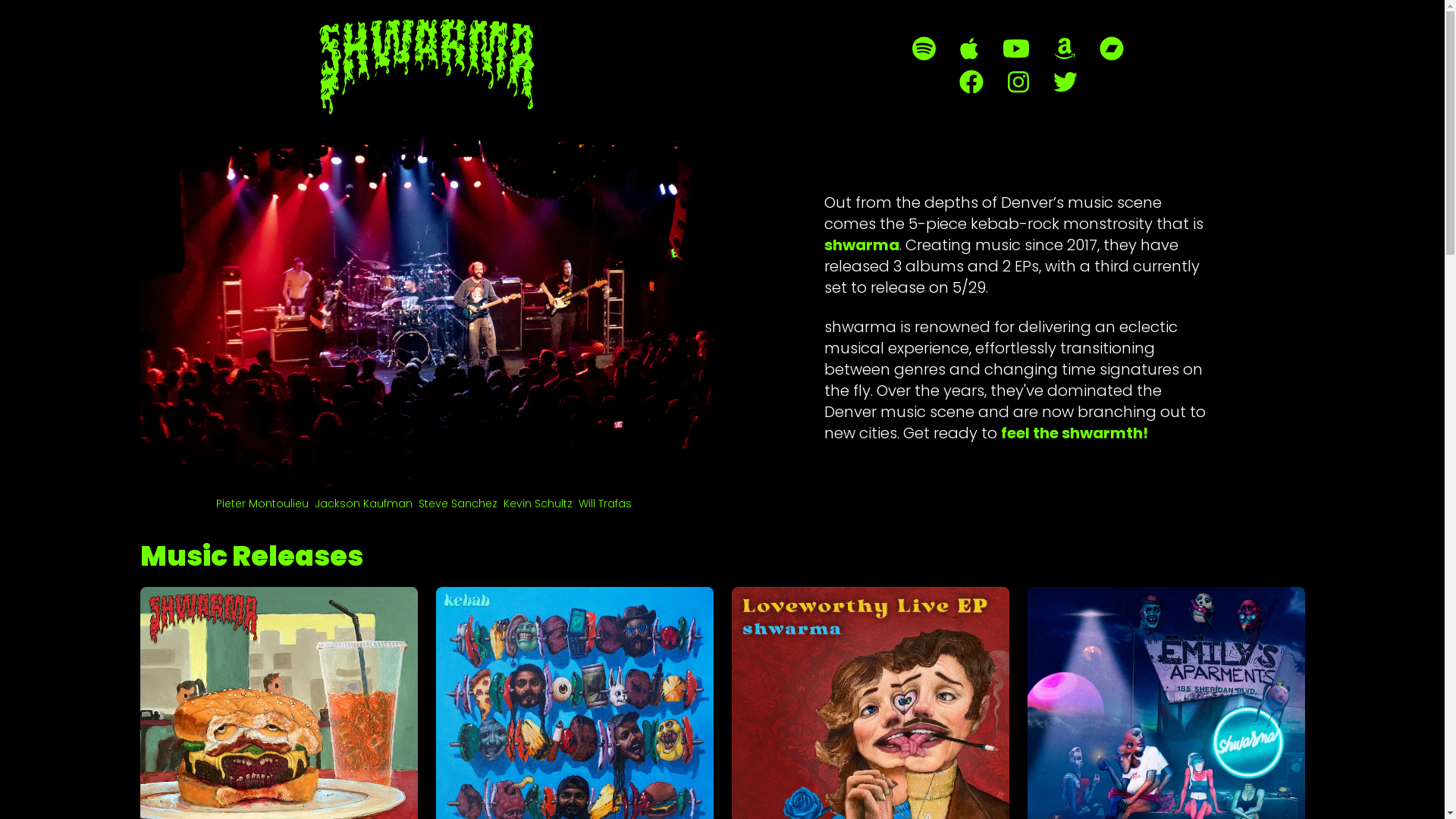 The image size is (1456, 819). What do you see at coordinates (923, 48) in the screenshot?
I see `'Spotify'` at bounding box center [923, 48].